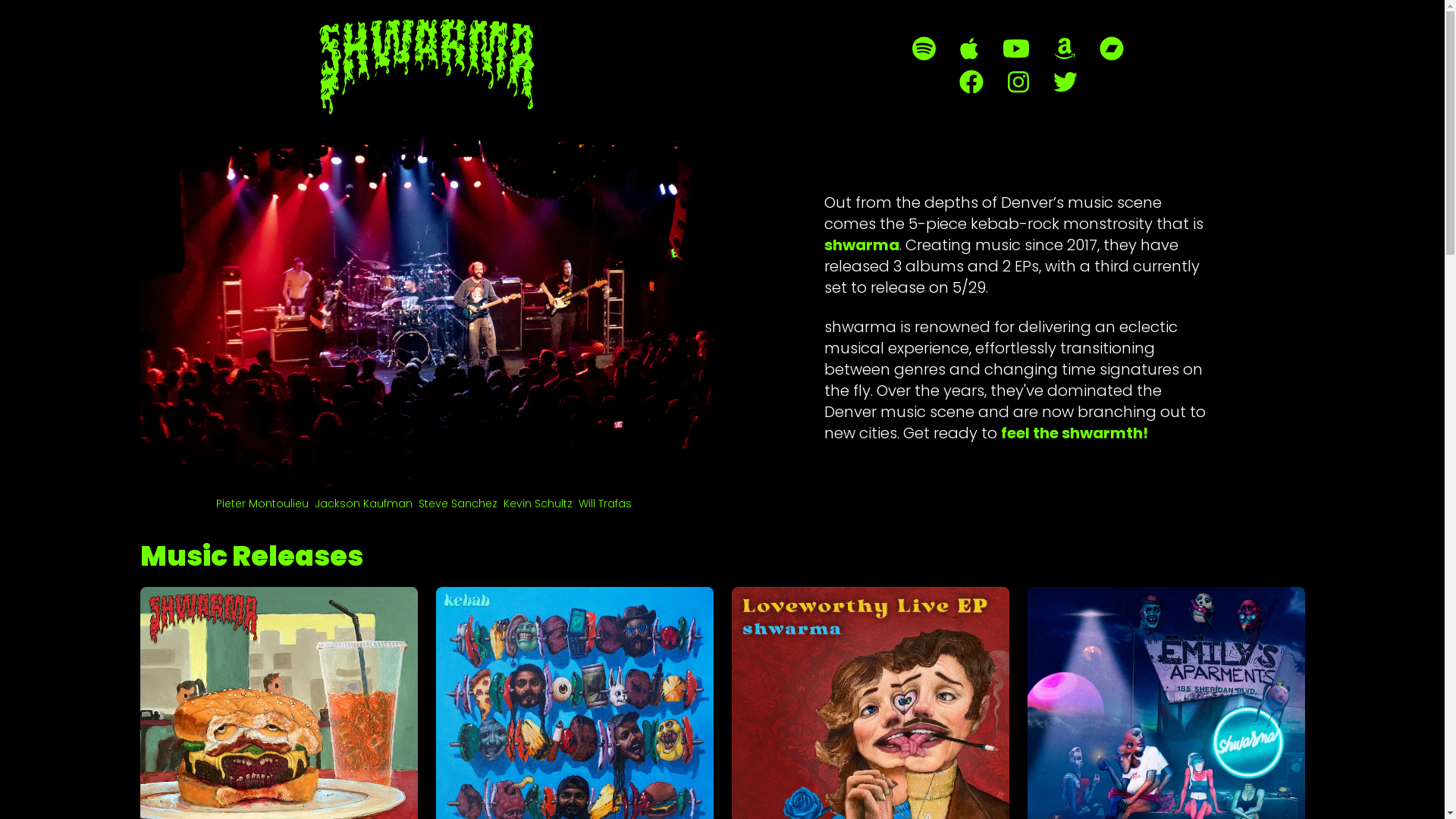 The image size is (1456, 819). What do you see at coordinates (923, 48) in the screenshot?
I see `'Spotify'` at bounding box center [923, 48].